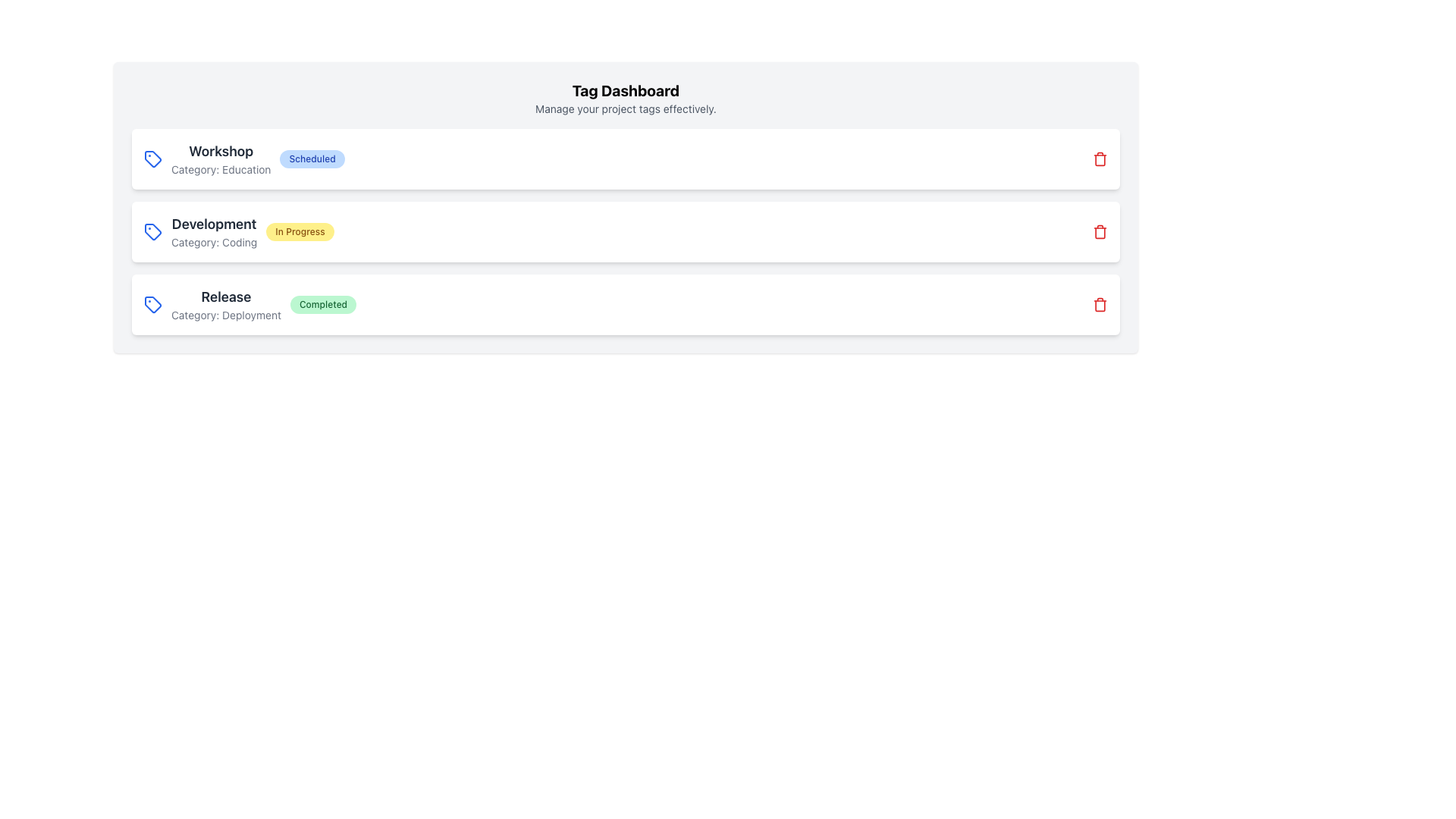 The width and height of the screenshot is (1456, 819). I want to click on the delete icon button located at the far right side of the 'Release Category: Deployment Completed' card, so click(1100, 304).